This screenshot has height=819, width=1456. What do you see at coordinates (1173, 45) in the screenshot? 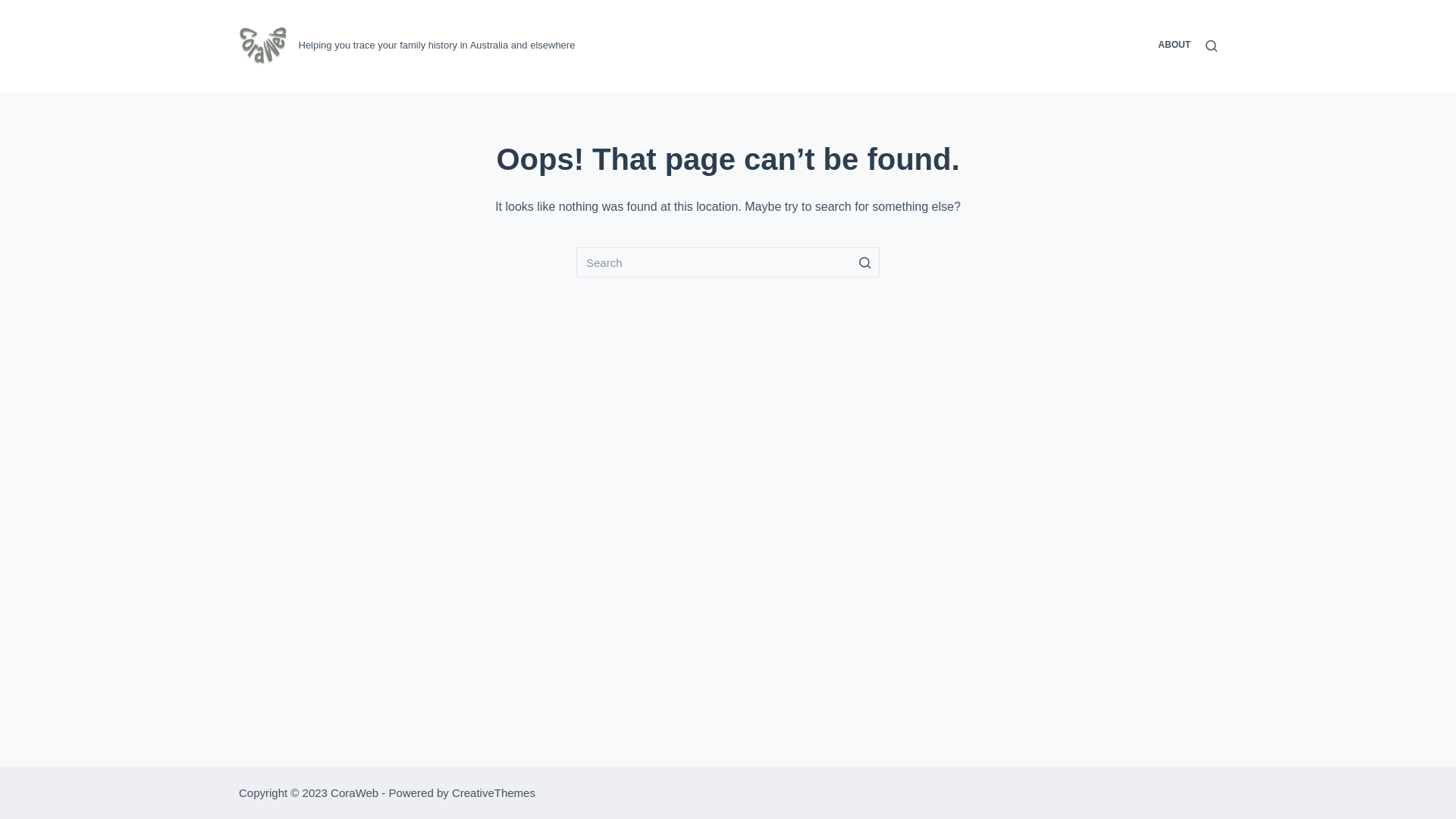
I see `'ABOUT'` at bounding box center [1173, 45].